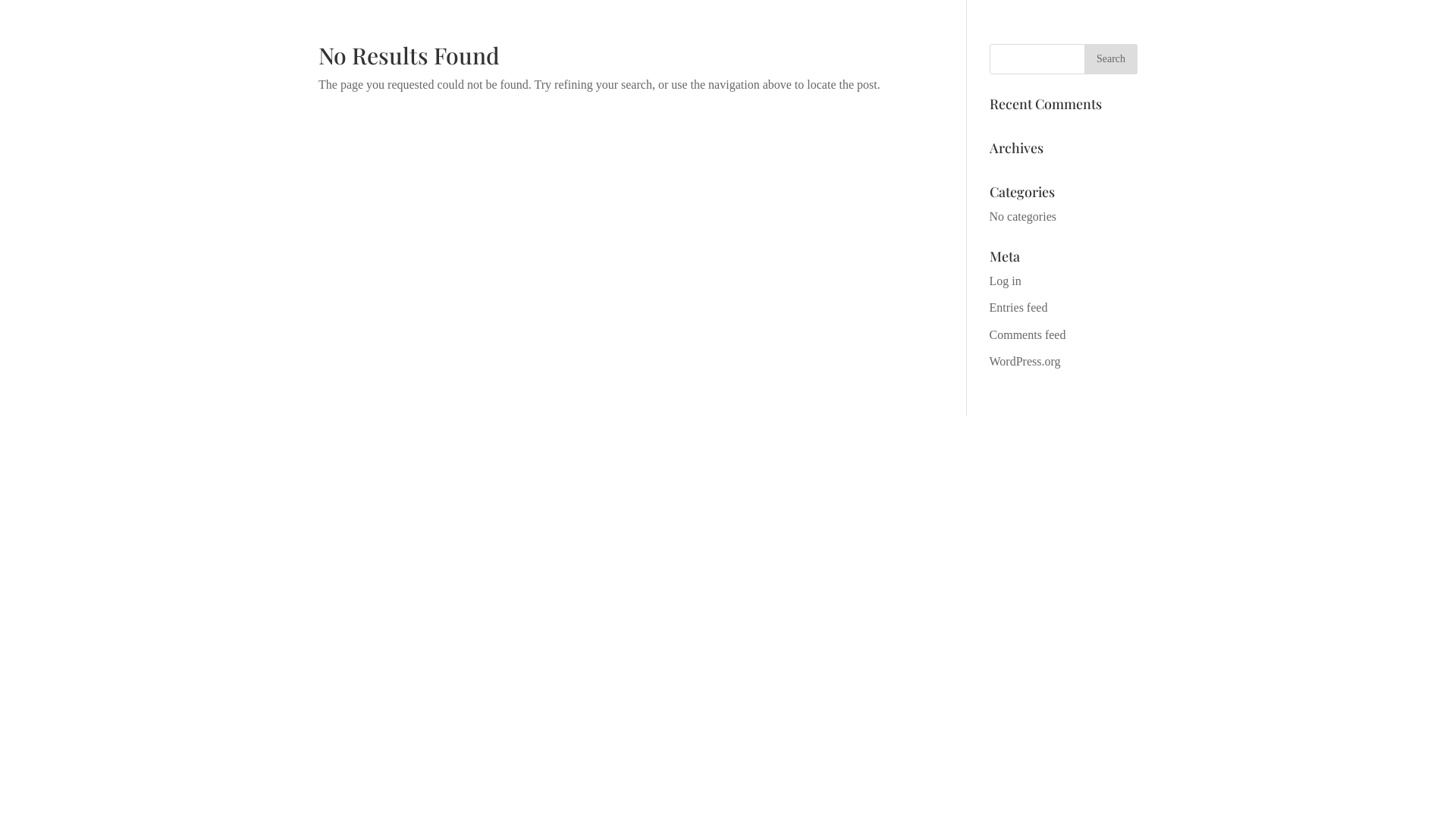  What do you see at coordinates (1018, 307) in the screenshot?
I see `'Entries feed'` at bounding box center [1018, 307].